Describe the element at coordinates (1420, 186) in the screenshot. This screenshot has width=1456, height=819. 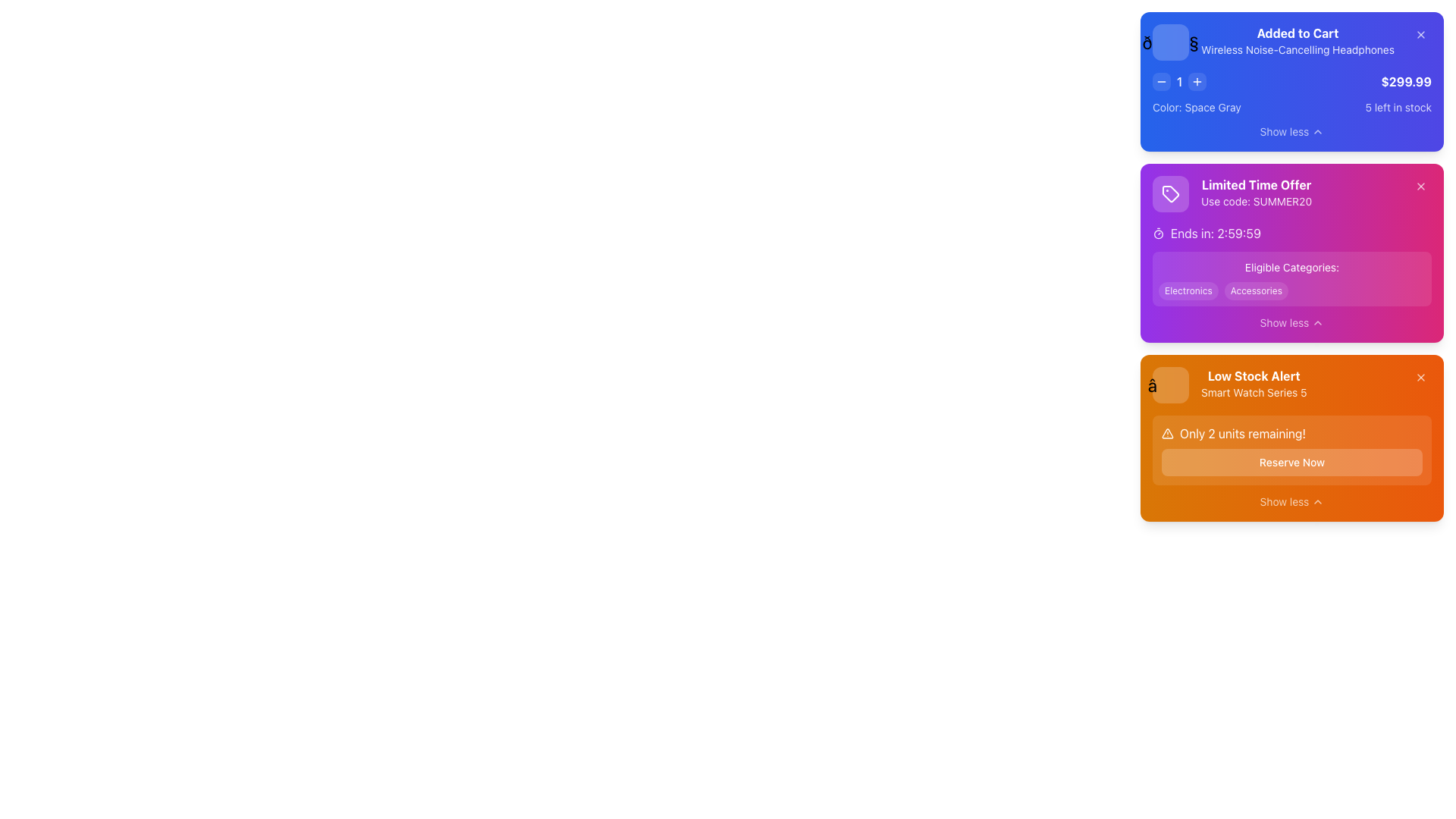
I see `the circular button with a dark background and white 'X' icon located in the top-right corner of the purple card titled 'Limited Time Offer'` at that location.